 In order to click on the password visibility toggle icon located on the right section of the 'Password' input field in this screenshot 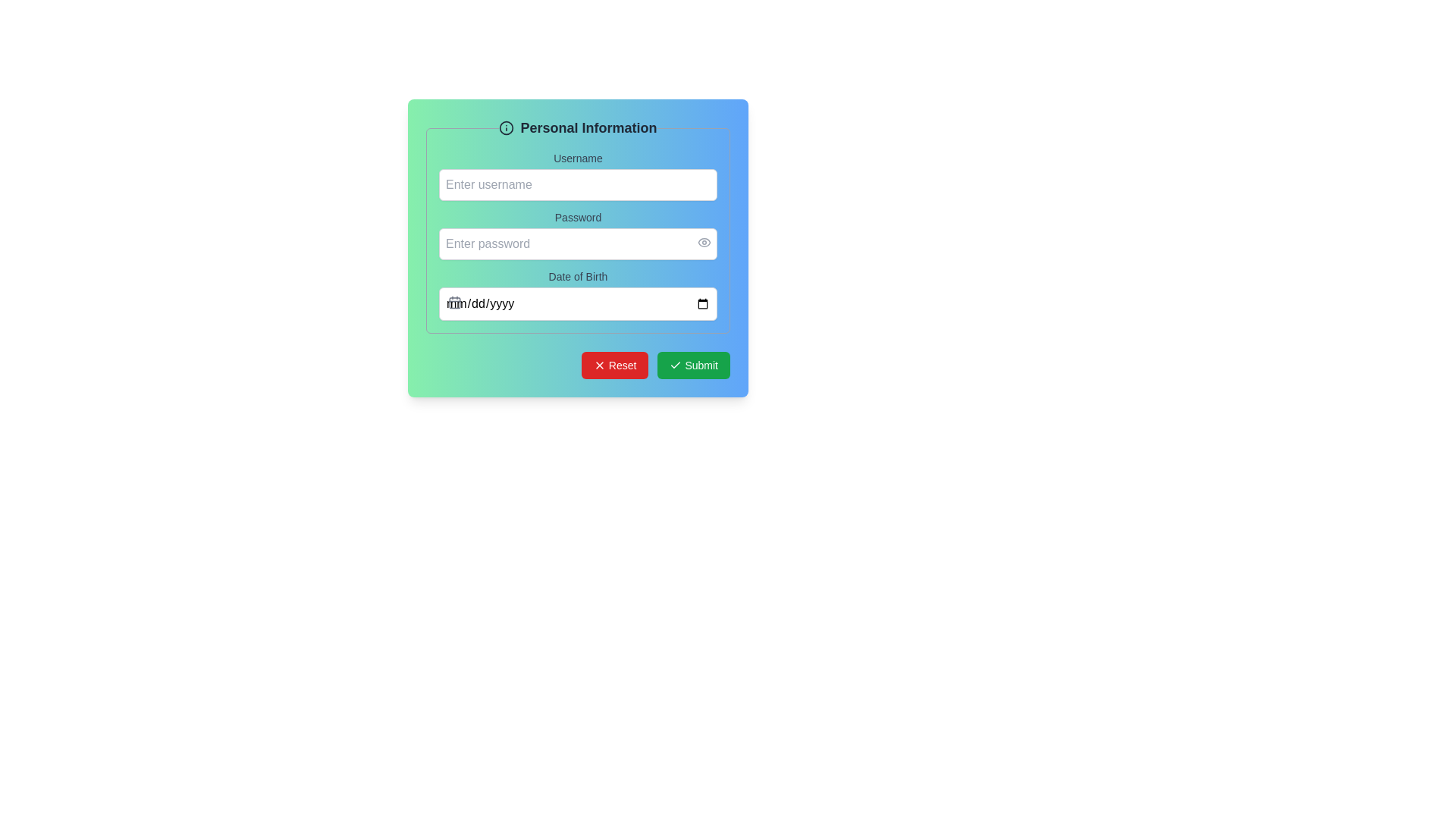, I will do `click(704, 242)`.